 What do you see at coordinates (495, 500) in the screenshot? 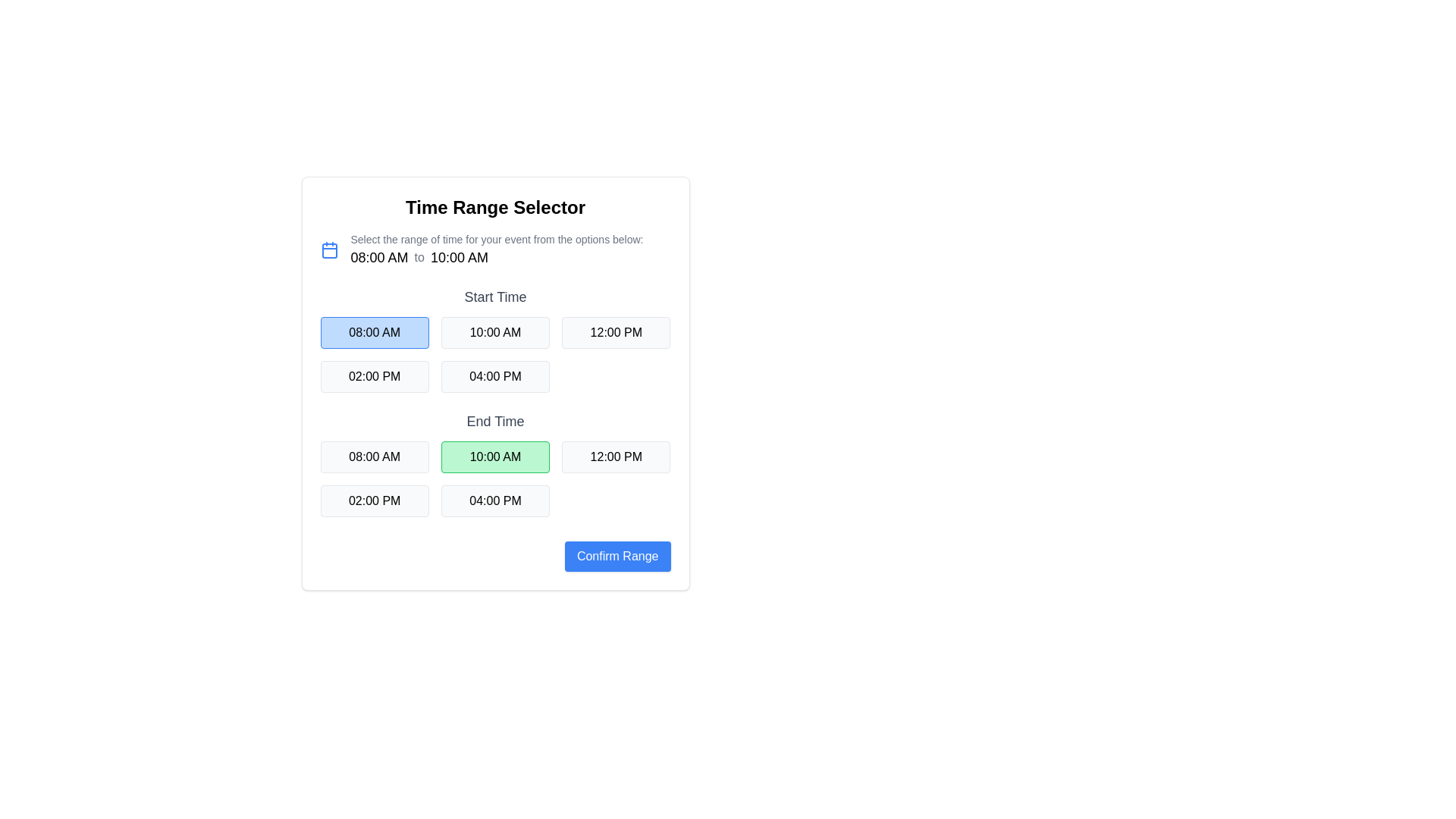
I see `the '04:00 PM' button with a light gray background and rounded corners for keyboard navigation` at bounding box center [495, 500].